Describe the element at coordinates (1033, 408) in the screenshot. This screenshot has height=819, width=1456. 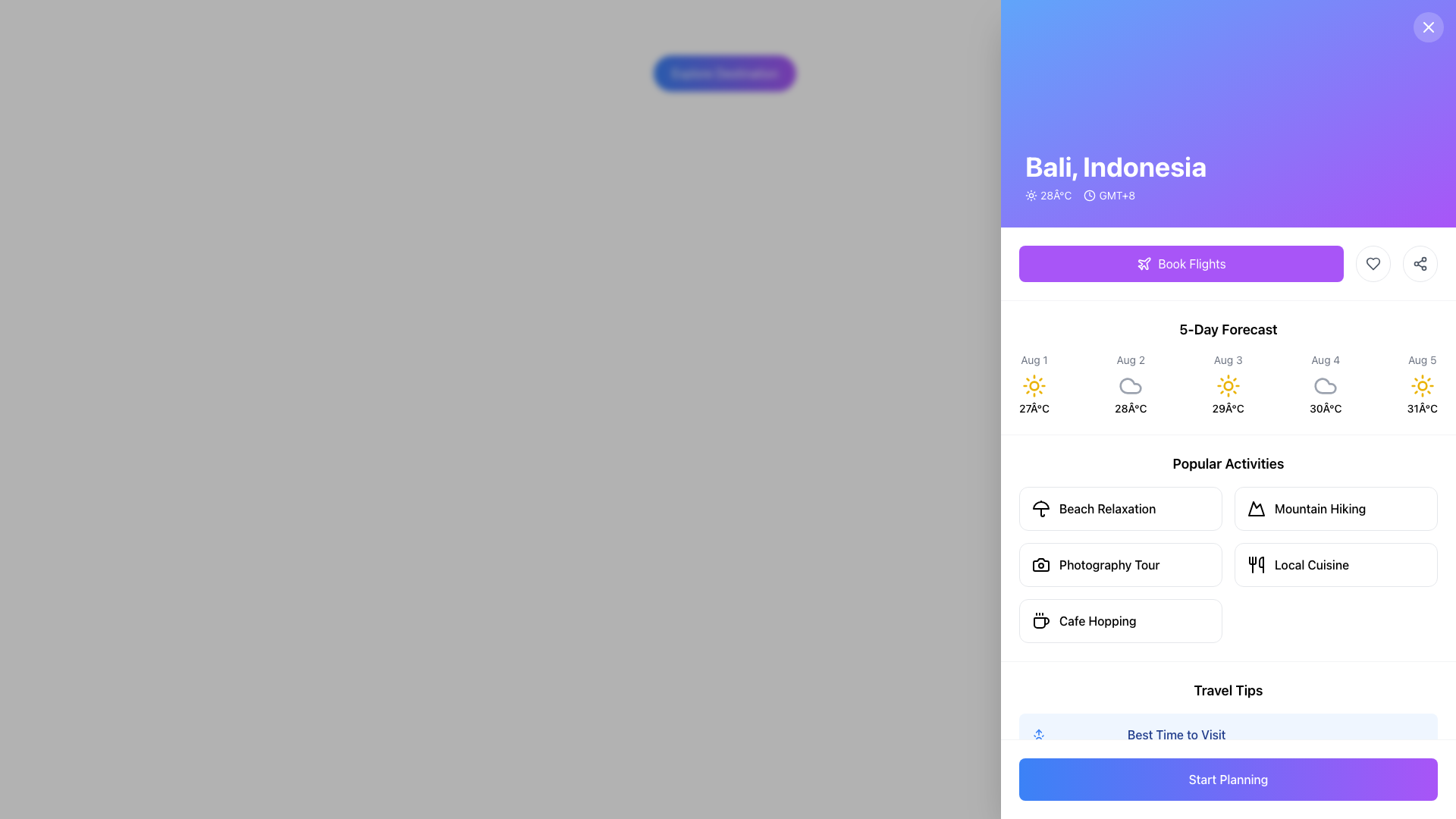
I see `the static text element displaying '27°C', which is styled with a medium-small font and located below the sun icon in the first column of the 5-day forecast grid` at that location.